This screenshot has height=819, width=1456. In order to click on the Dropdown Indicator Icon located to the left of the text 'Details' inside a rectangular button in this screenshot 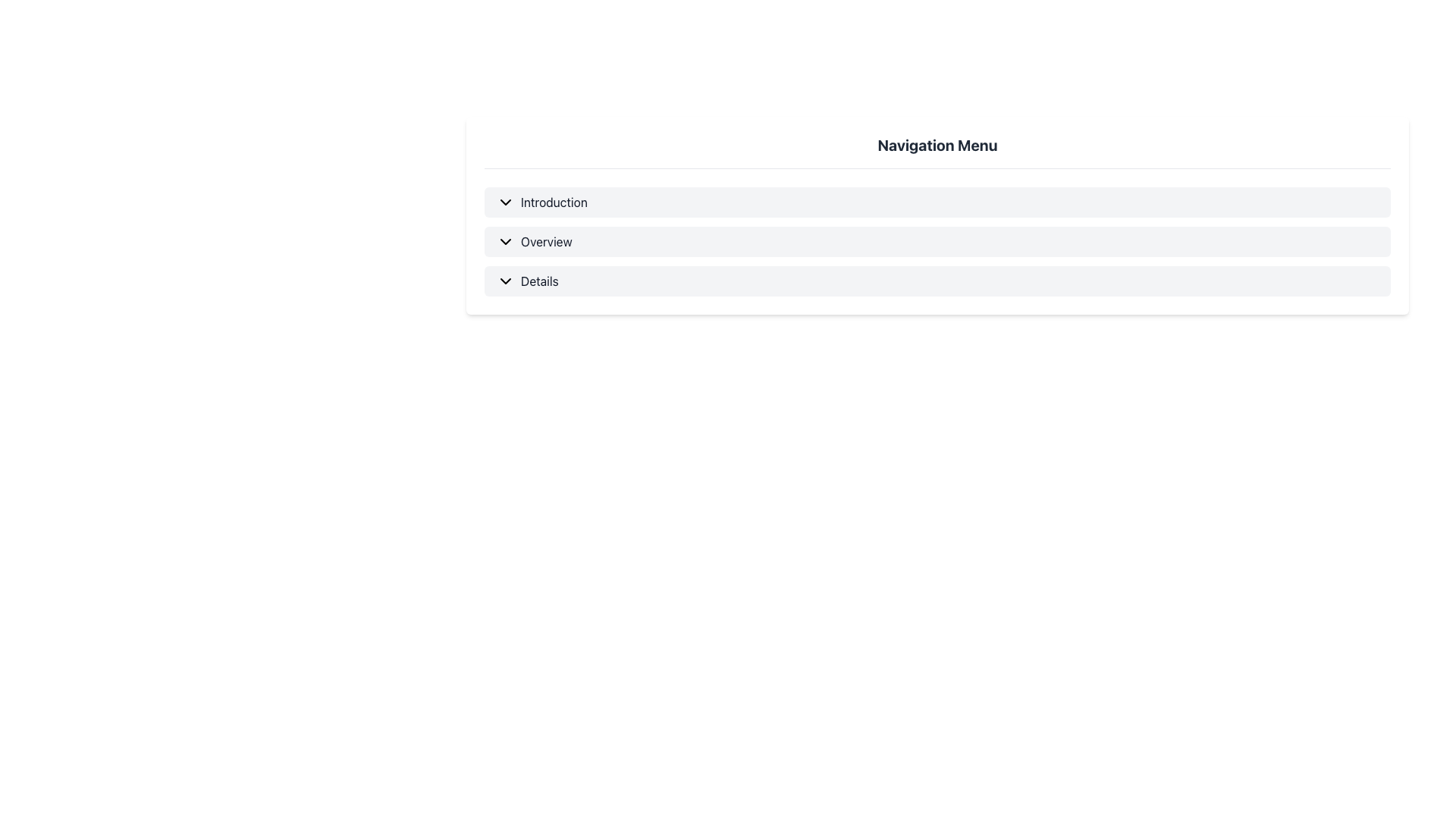, I will do `click(506, 281)`.